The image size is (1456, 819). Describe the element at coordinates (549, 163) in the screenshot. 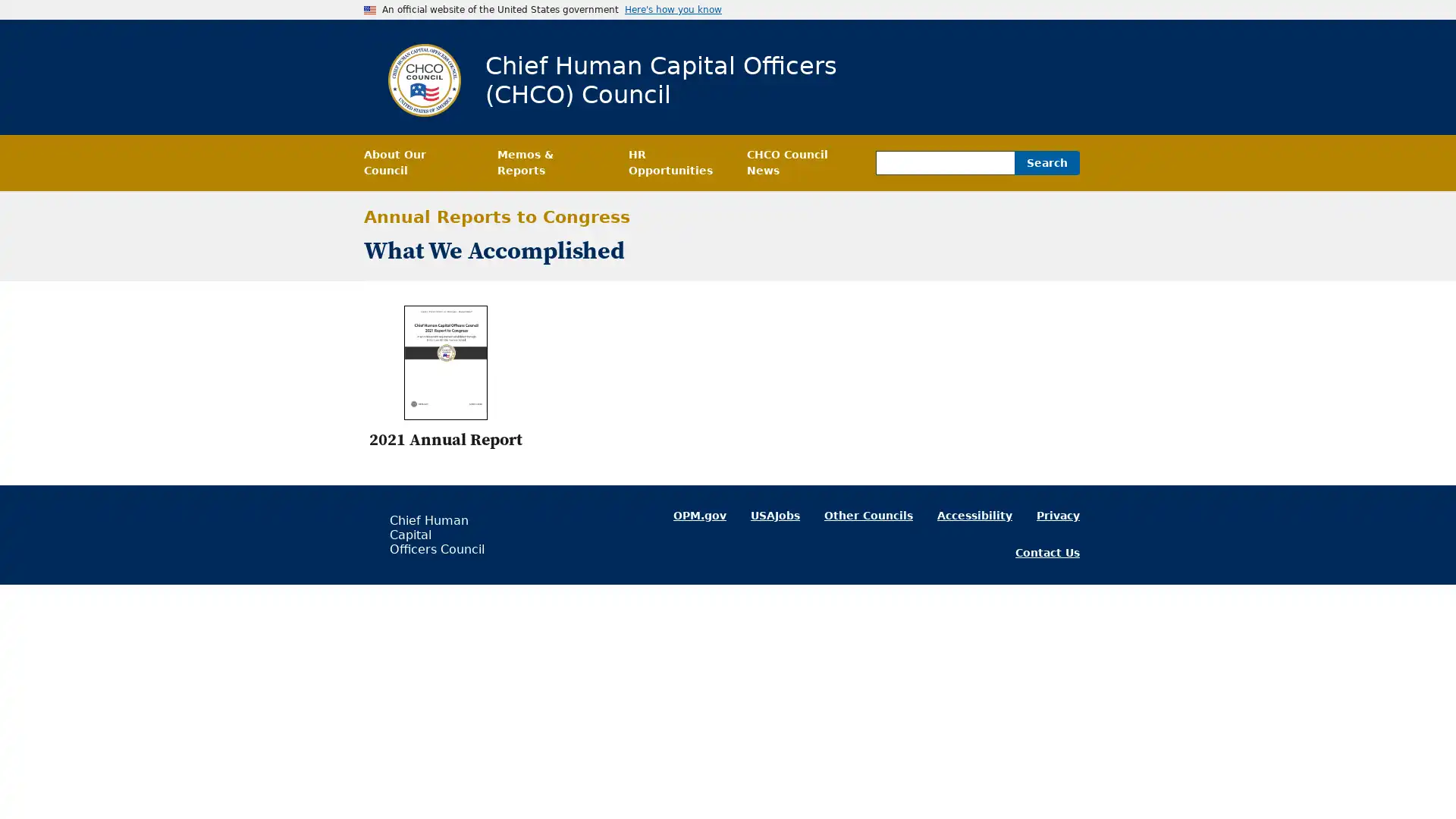

I see `Memos & Reports` at that location.